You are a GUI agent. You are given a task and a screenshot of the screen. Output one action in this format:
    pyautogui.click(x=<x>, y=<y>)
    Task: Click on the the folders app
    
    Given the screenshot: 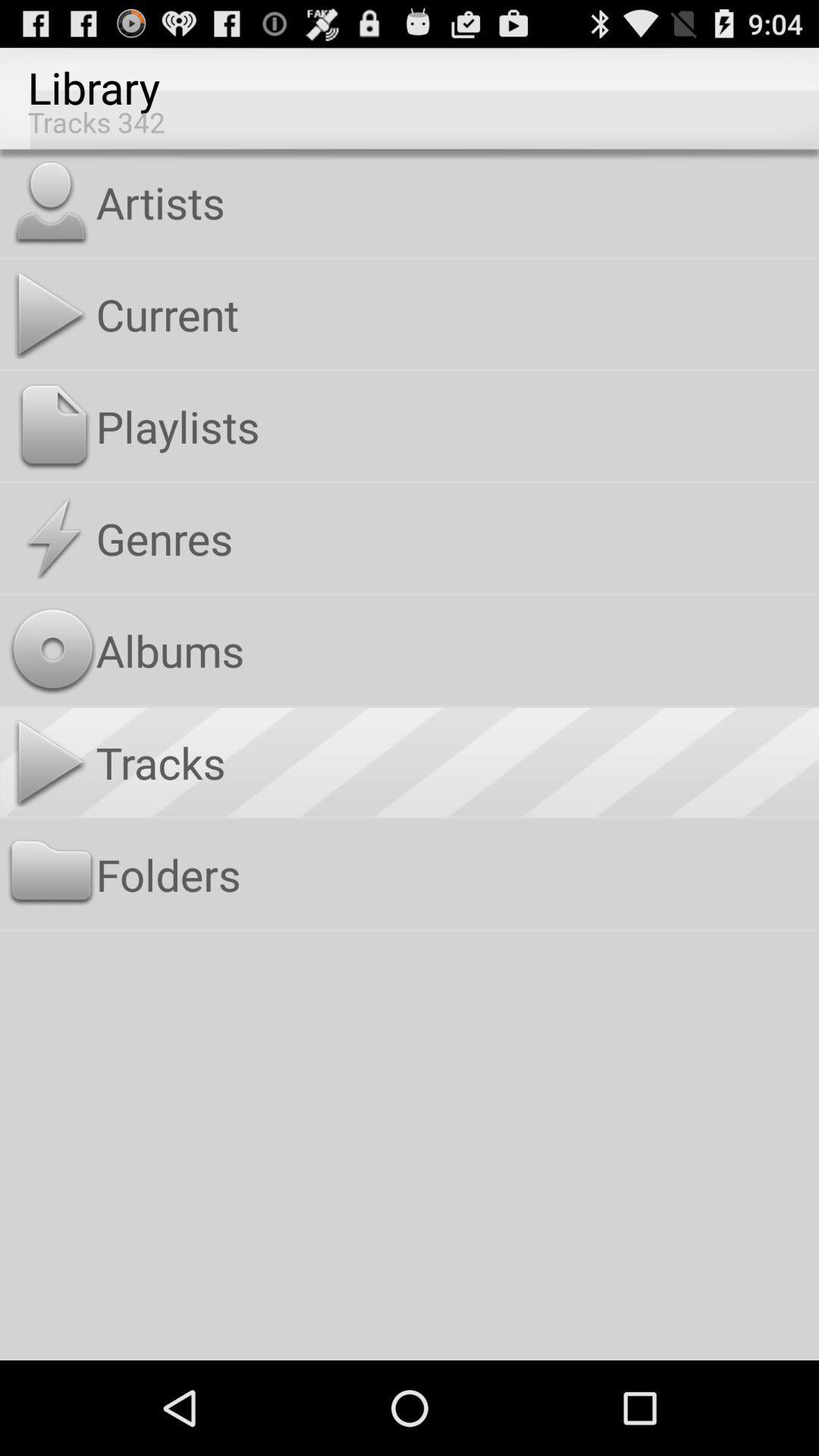 What is the action you would take?
    pyautogui.click(x=453, y=874)
    